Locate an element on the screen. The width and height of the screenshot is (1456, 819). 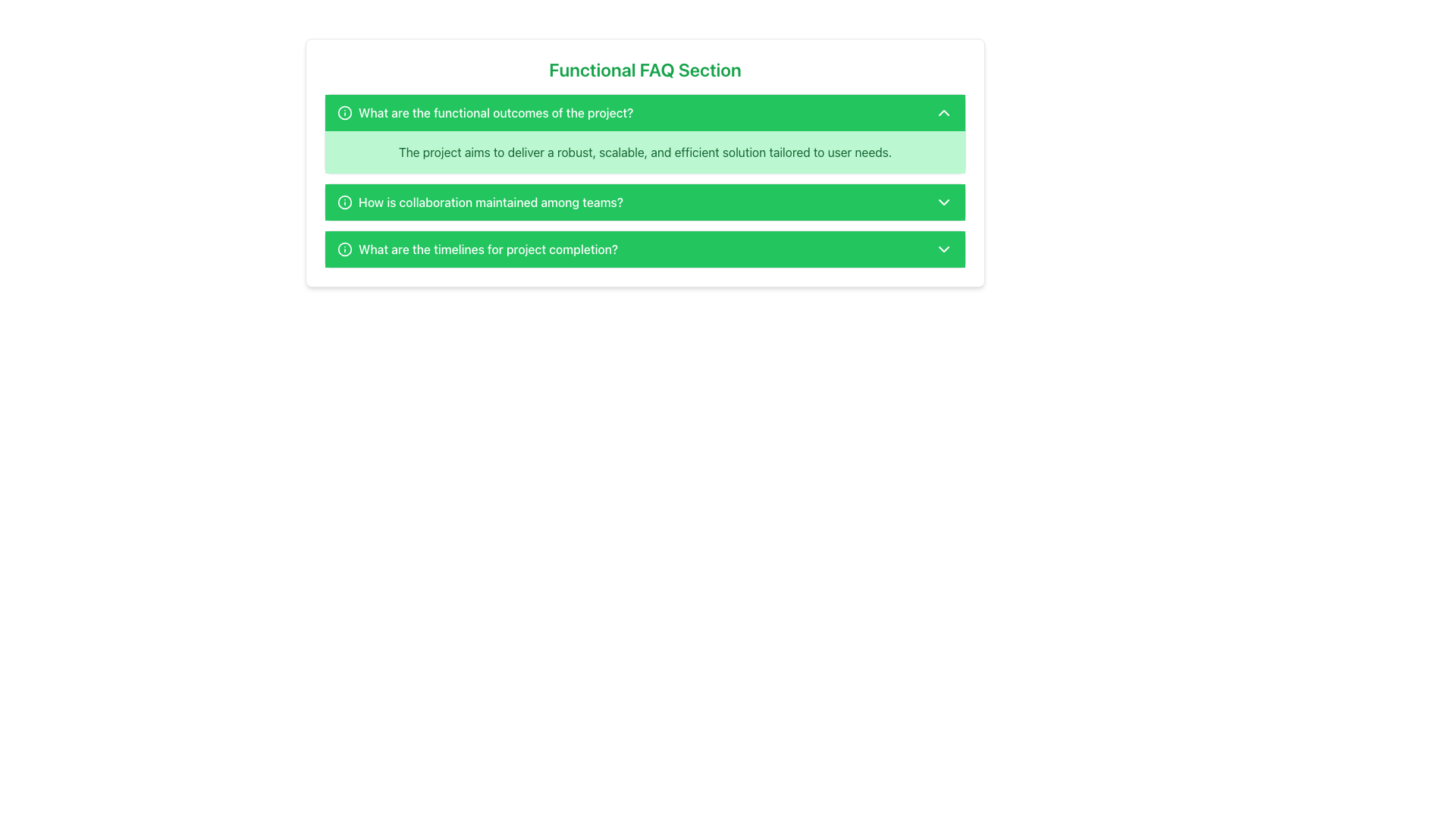
title text at the top of the FAQ section, which provides context for the FAQ items below it is located at coordinates (645, 70).